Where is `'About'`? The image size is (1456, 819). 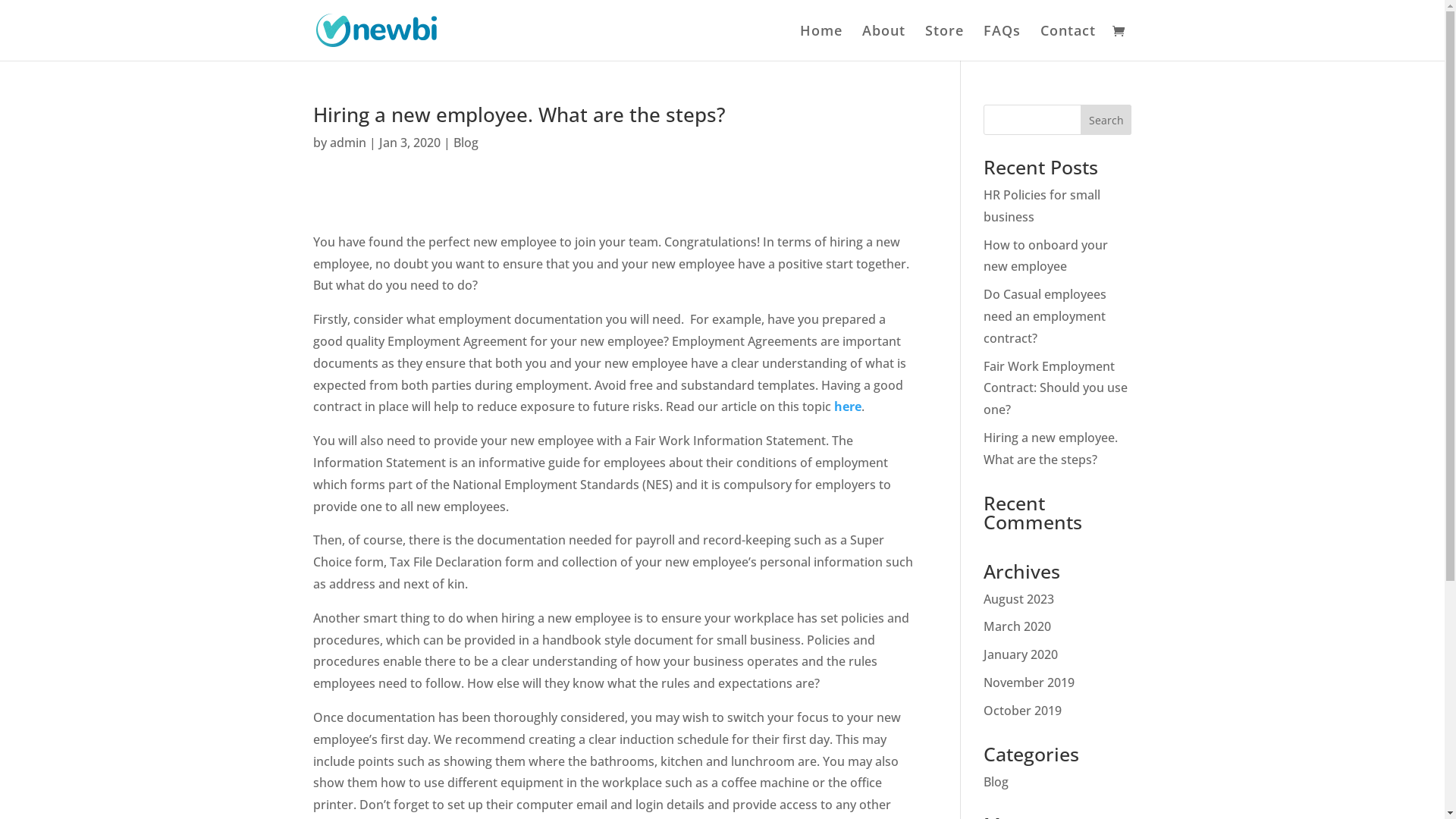
'About' is located at coordinates (883, 42).